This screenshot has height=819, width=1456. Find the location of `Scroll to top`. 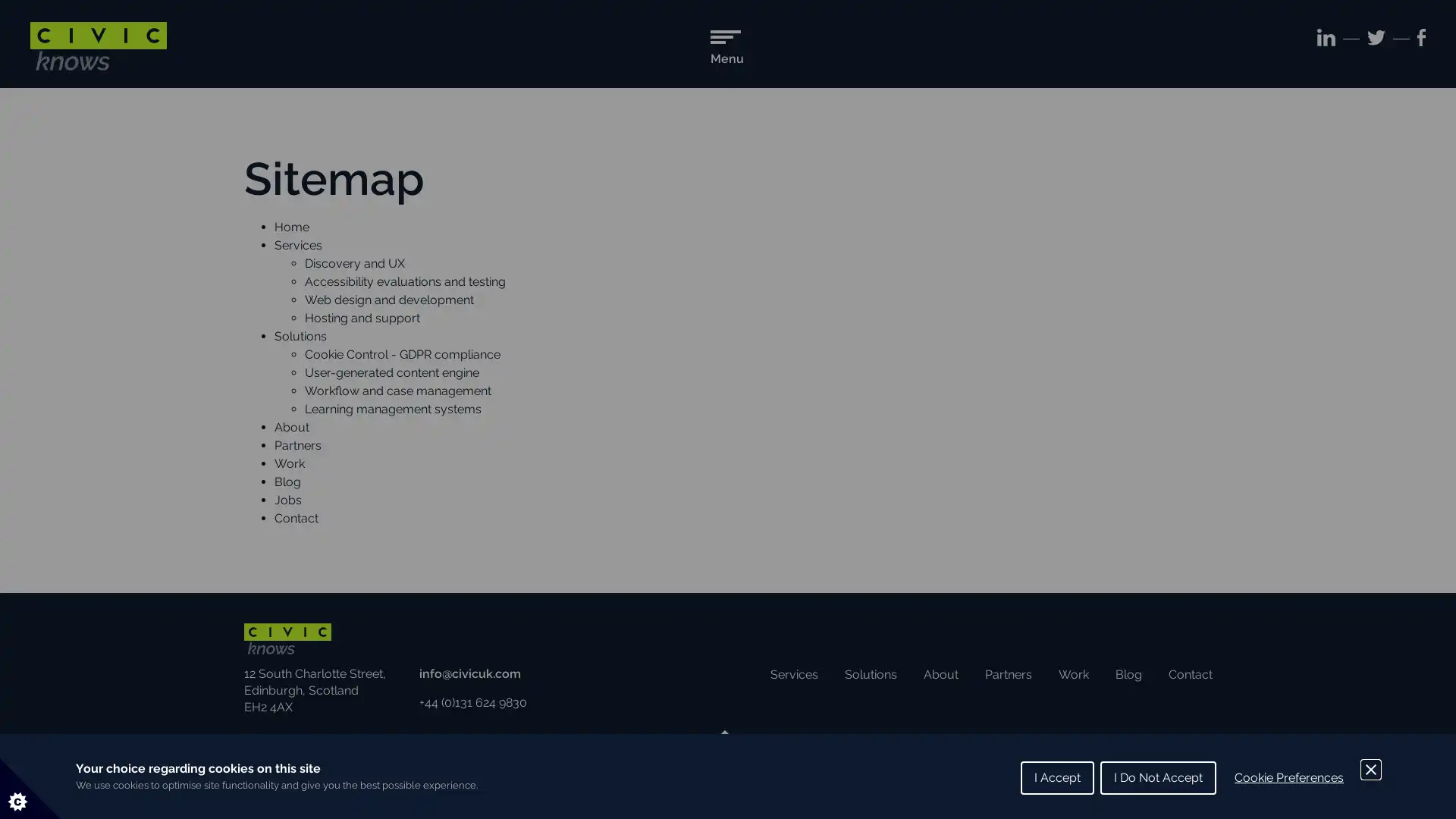

Scroll to top is located at coordinates (723, 742).